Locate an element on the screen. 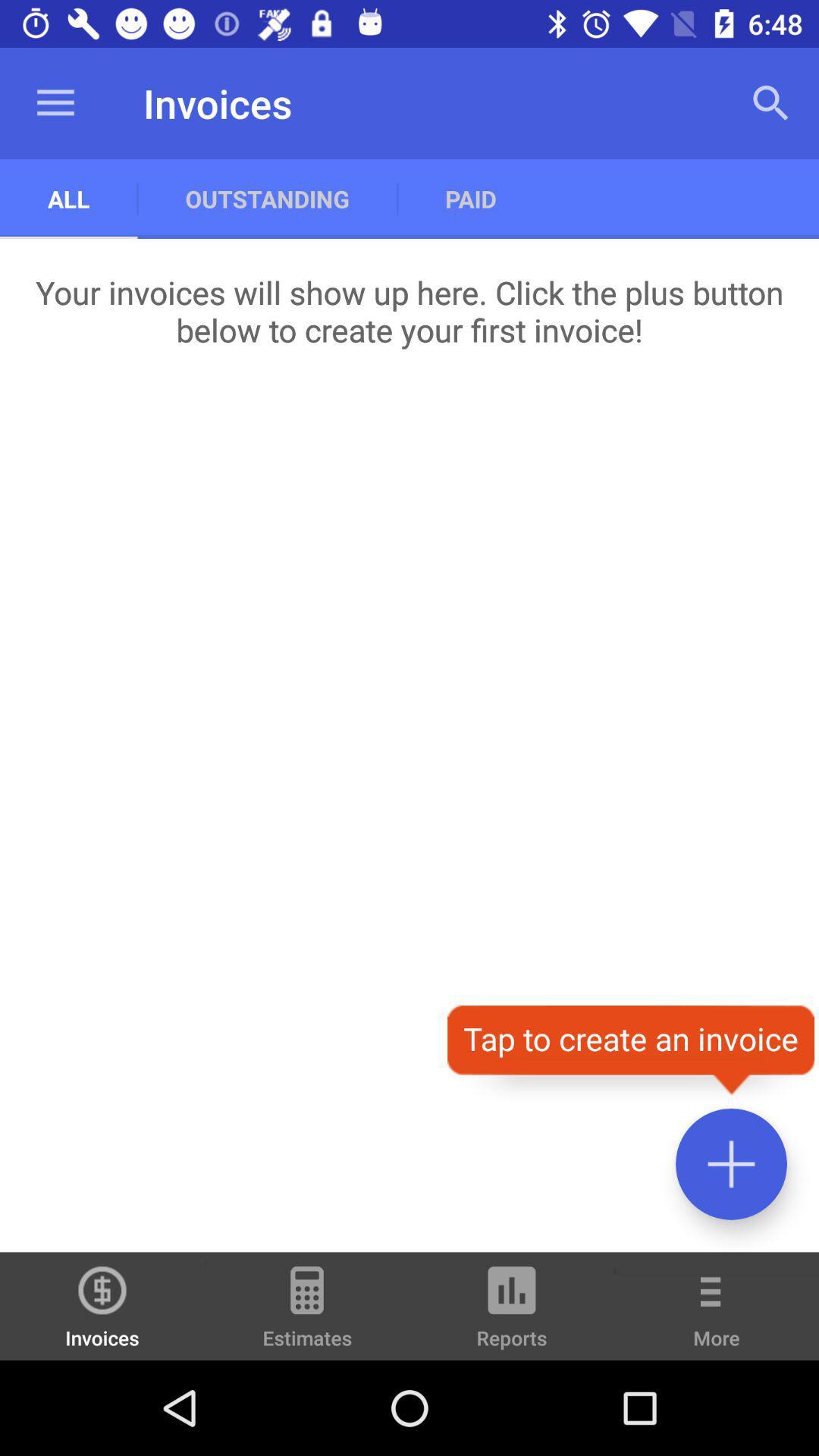 This screenshot has width=819, height=1456. icon to the right of the reports is located at coordinates (717, 1316).